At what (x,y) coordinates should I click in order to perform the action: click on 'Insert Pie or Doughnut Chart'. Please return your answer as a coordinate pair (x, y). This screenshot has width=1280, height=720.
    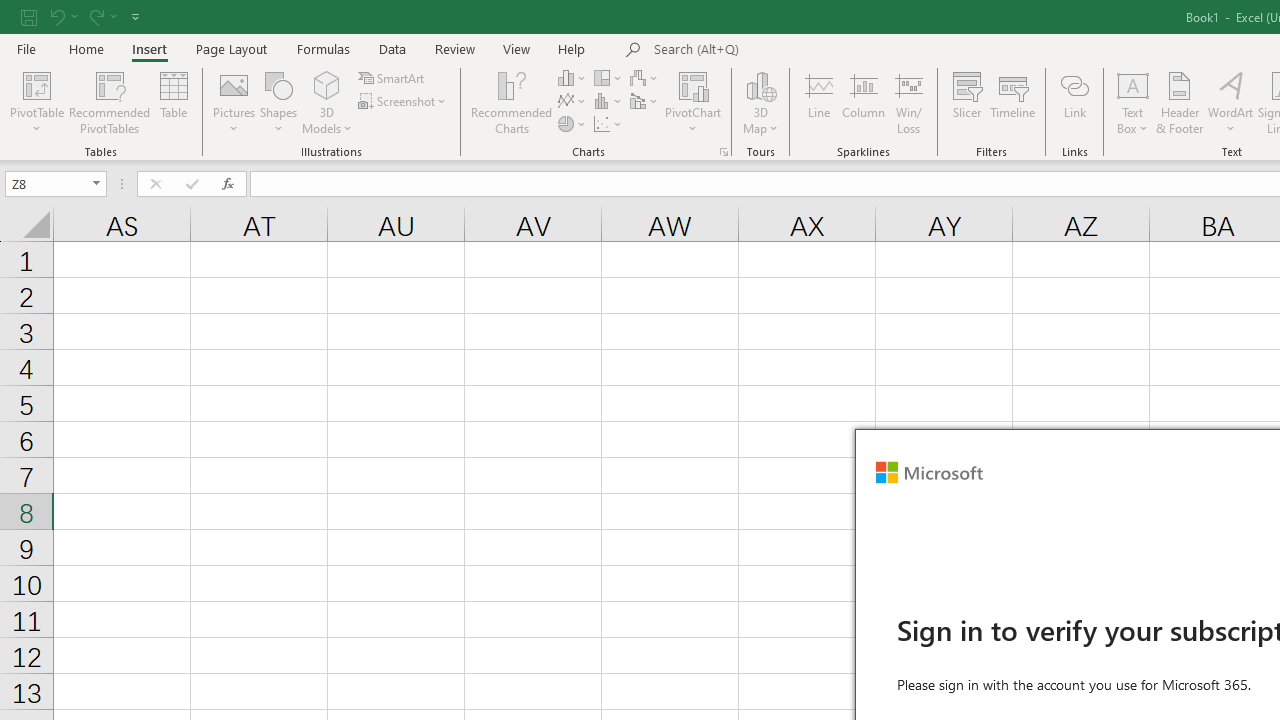
    Looking at the image, I should click on (572, 124).